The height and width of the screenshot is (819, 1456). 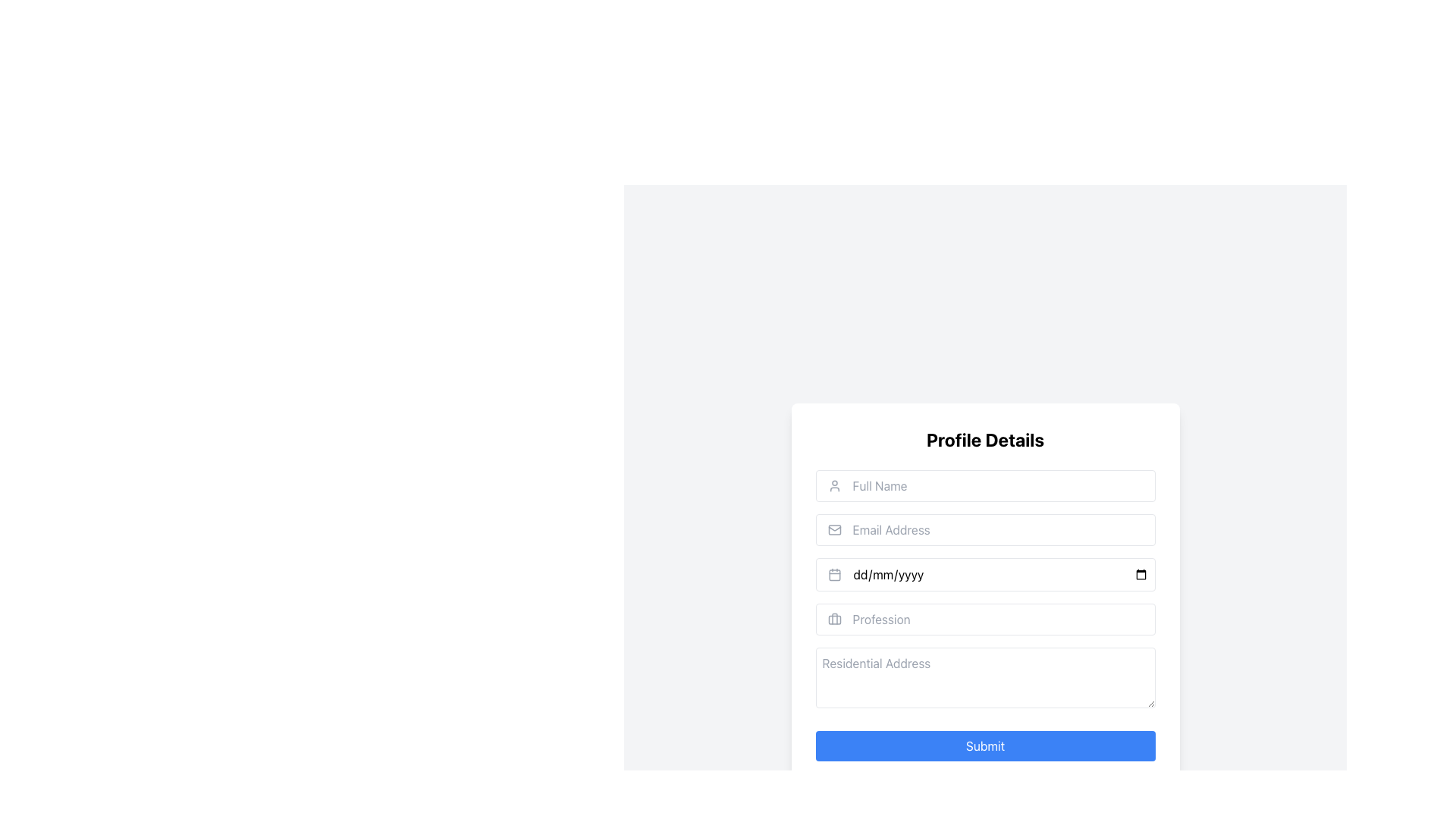 What do you see at coordinates (833, 529) in the screenshot?
I see `the decorative graphical rectangle within the SVG envelope icon located to the left of the 'Email Address' input field in the 'Profile Details' form` at bounding box center [833, 529].